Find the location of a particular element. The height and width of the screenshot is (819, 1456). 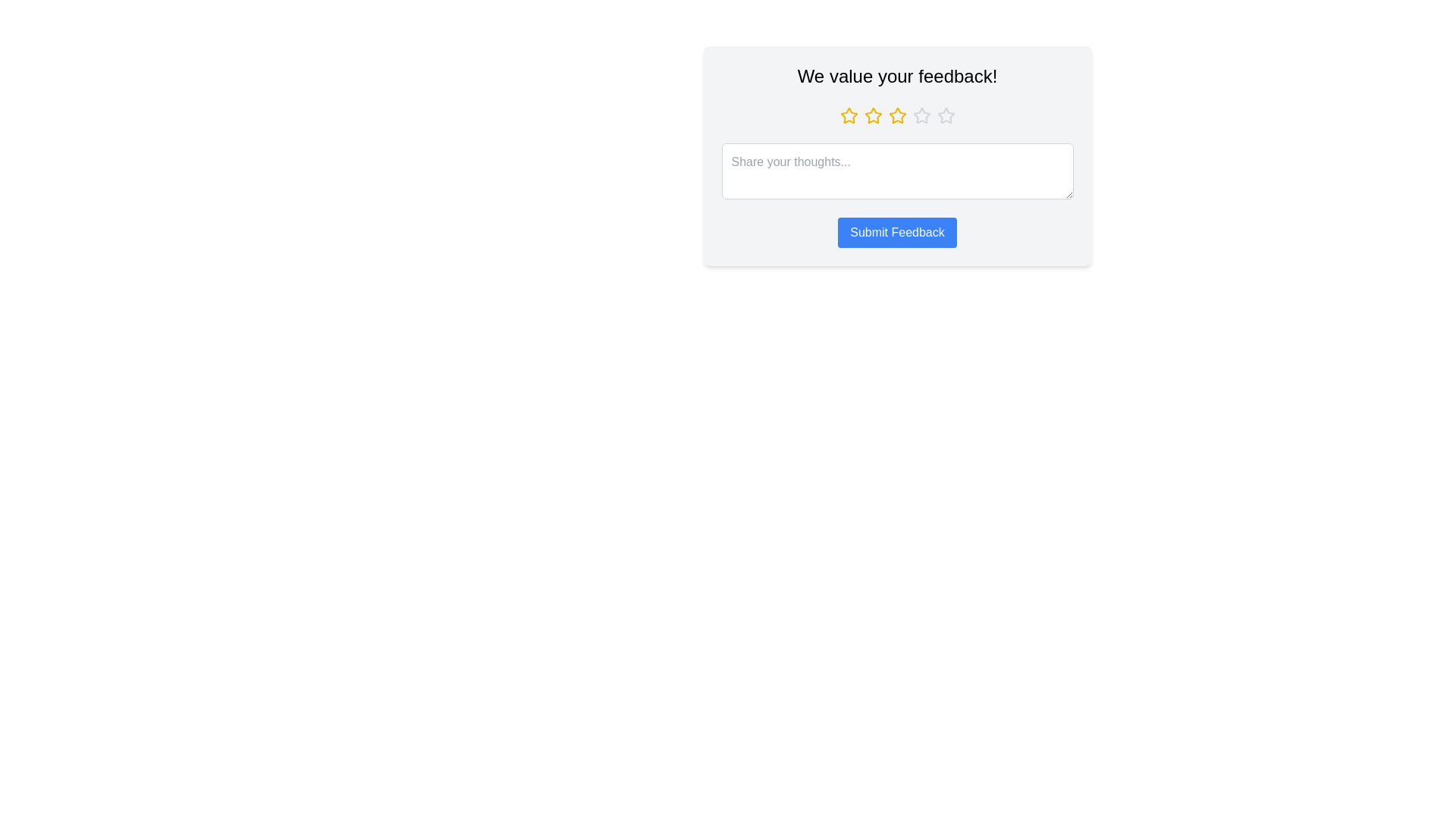

the fifth star-shaped icon in the rating system is located at coordinates (945, 115).